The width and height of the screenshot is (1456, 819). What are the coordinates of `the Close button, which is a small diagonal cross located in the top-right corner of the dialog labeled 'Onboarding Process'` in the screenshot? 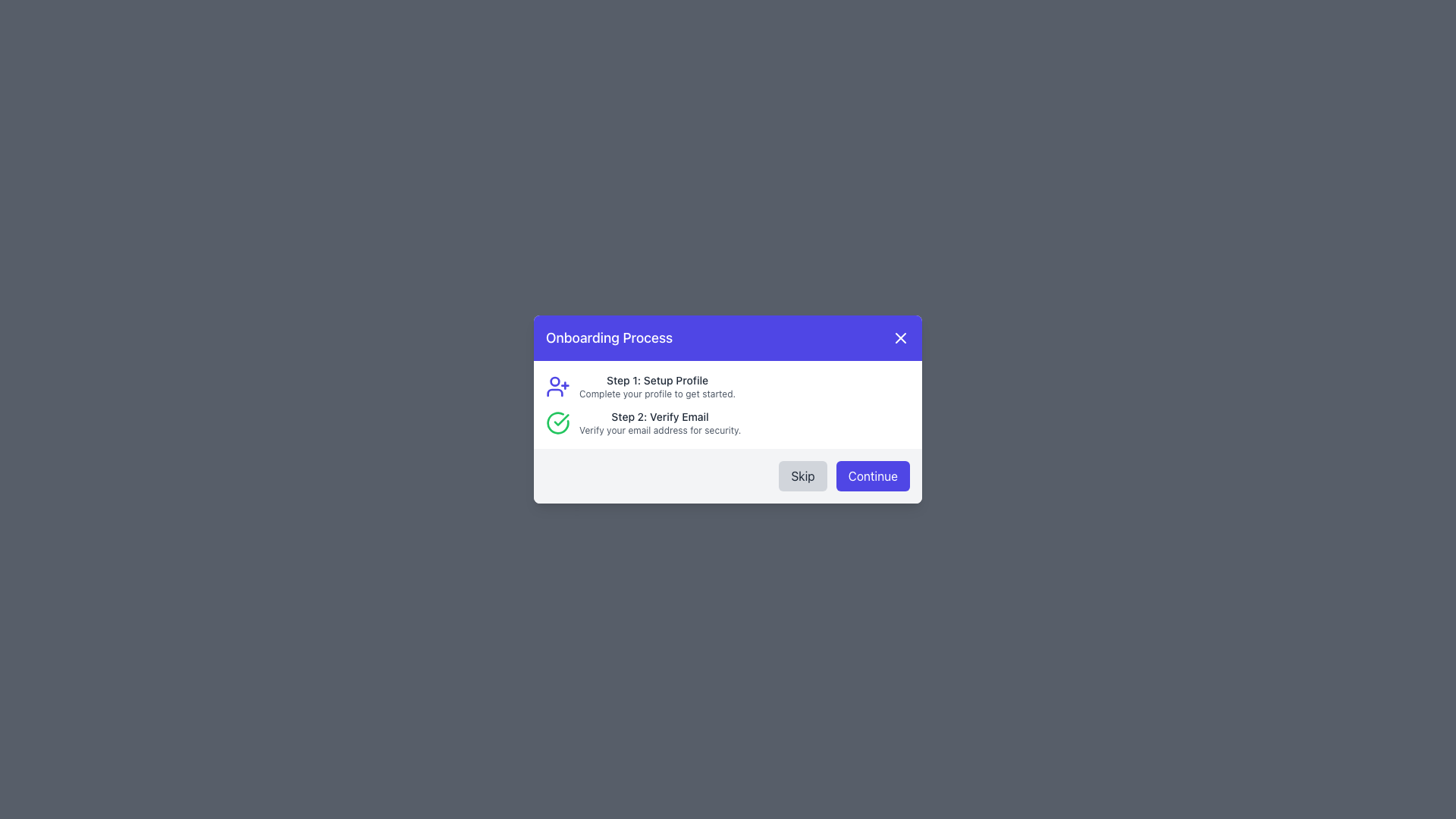 It's located at (901, 337).